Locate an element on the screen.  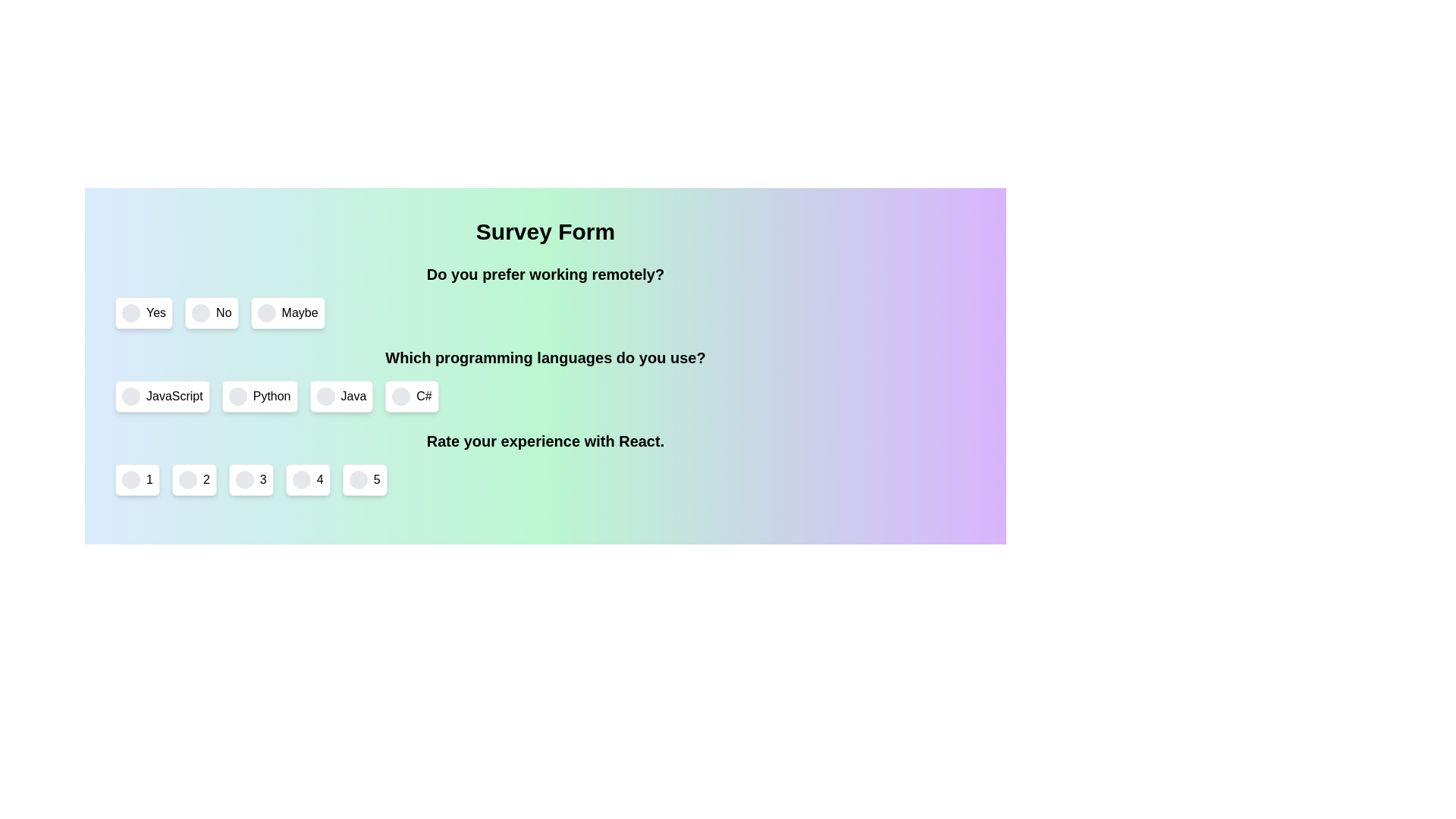
the circular selector for the survey question labeled 'Which programming languages do you use?' is located at coordinates (545, 379).